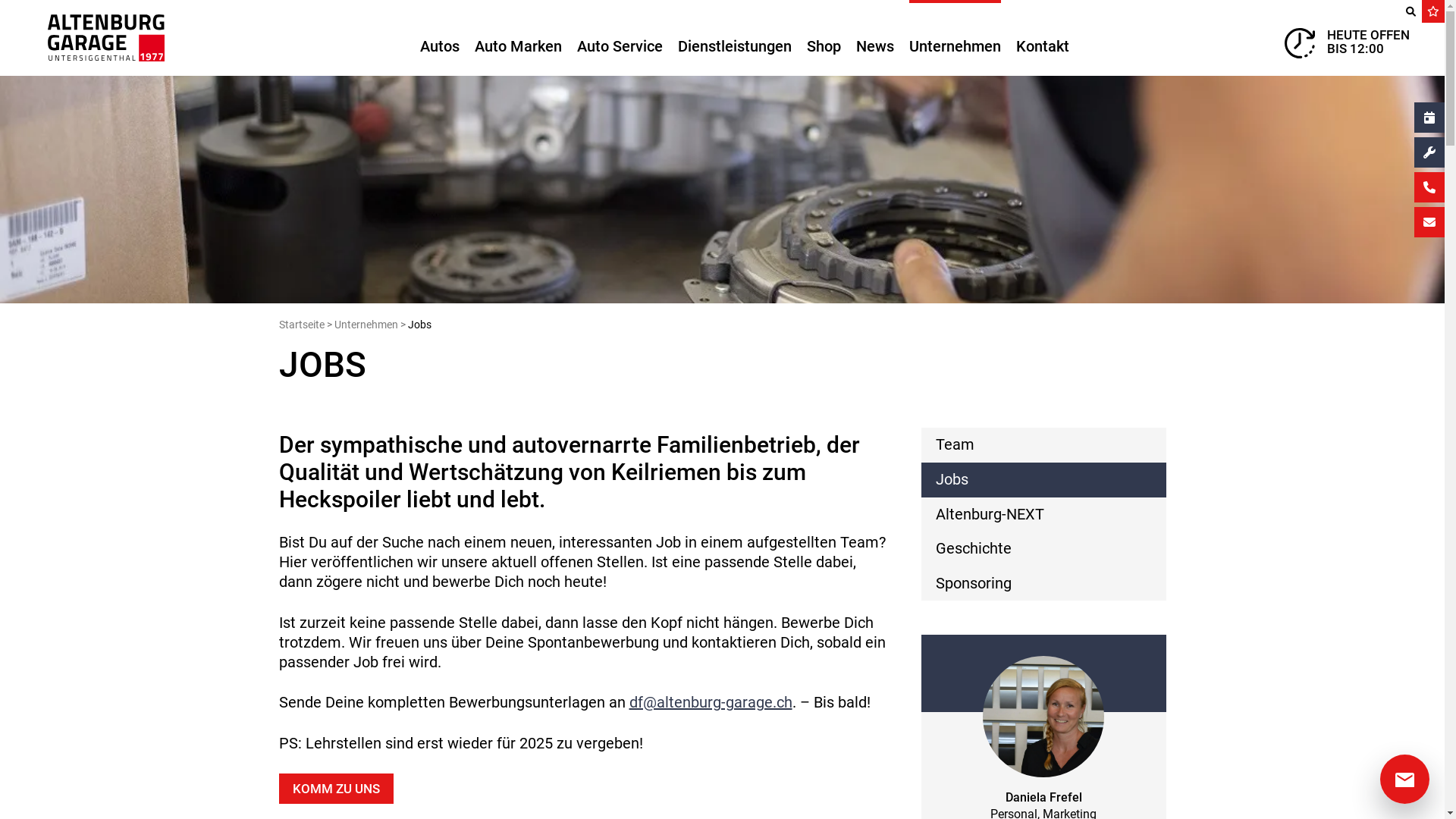 Image resolution: width=1456 pixels, height=819 pixels. What do you see at coordinates (1042, 549) in the screenshot?
I see `'Geschichte'` at bounding box center [1042, 549].